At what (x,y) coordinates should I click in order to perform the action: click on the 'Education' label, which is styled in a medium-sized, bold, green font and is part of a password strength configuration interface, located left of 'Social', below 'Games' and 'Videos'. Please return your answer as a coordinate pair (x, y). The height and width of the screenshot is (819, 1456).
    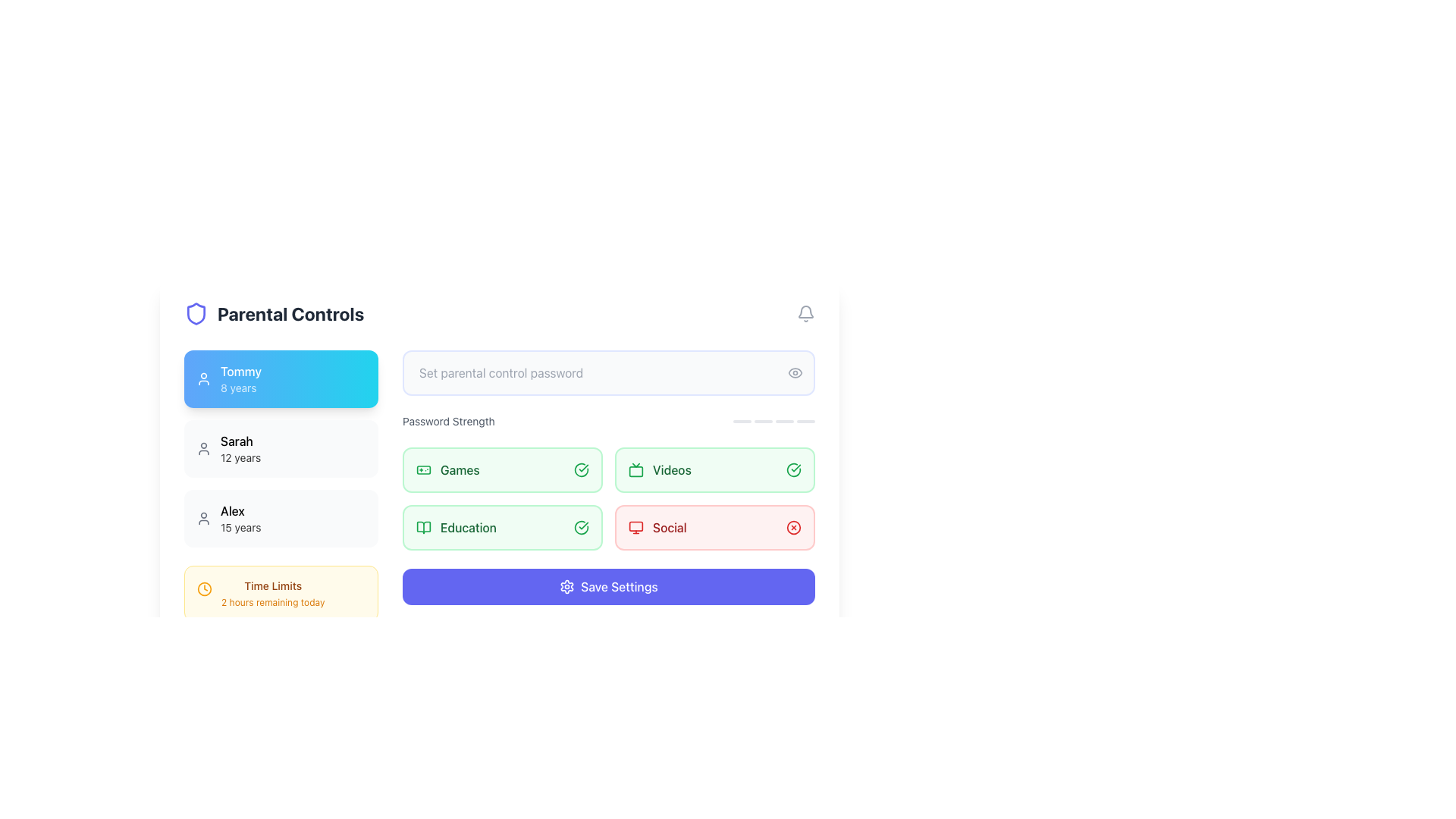
    Looking at the image, I should click on (468, 526).